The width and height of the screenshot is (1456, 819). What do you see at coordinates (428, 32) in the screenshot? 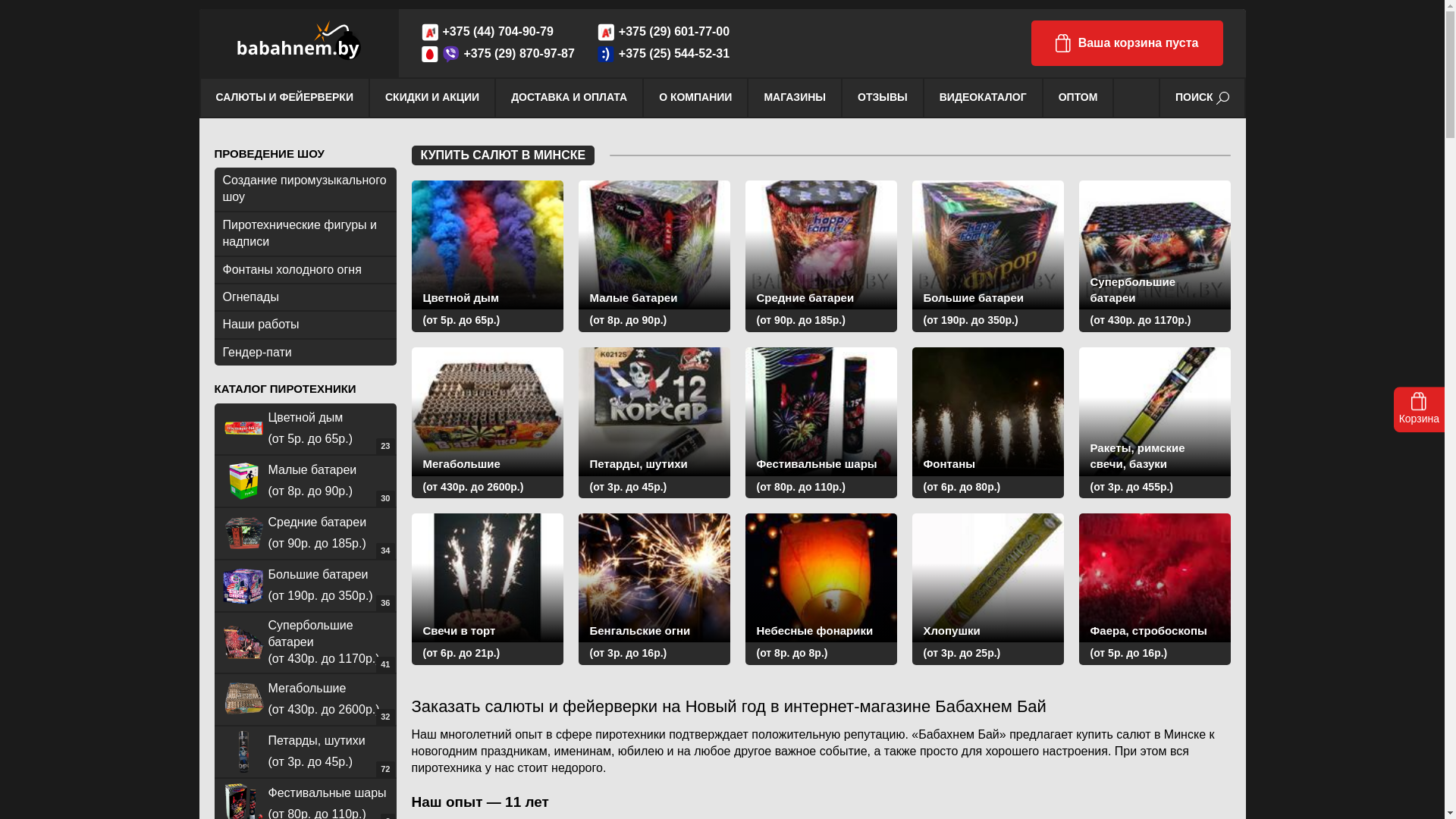
I see `'A1'` at bounding box center [428, 32].